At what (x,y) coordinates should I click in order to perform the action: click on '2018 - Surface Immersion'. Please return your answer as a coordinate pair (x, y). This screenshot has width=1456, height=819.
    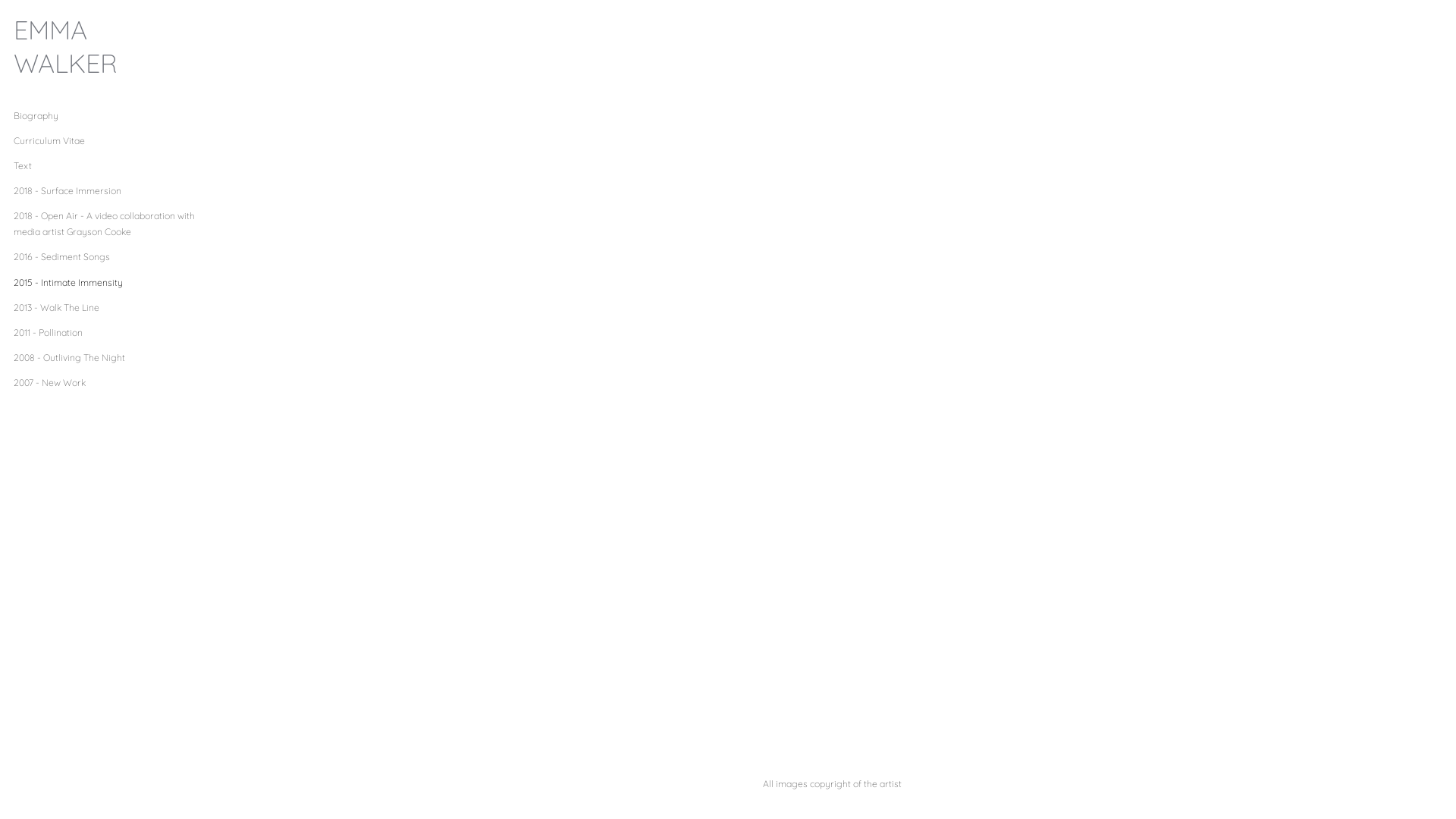
    Looking at the image, I should click on (67, 190).